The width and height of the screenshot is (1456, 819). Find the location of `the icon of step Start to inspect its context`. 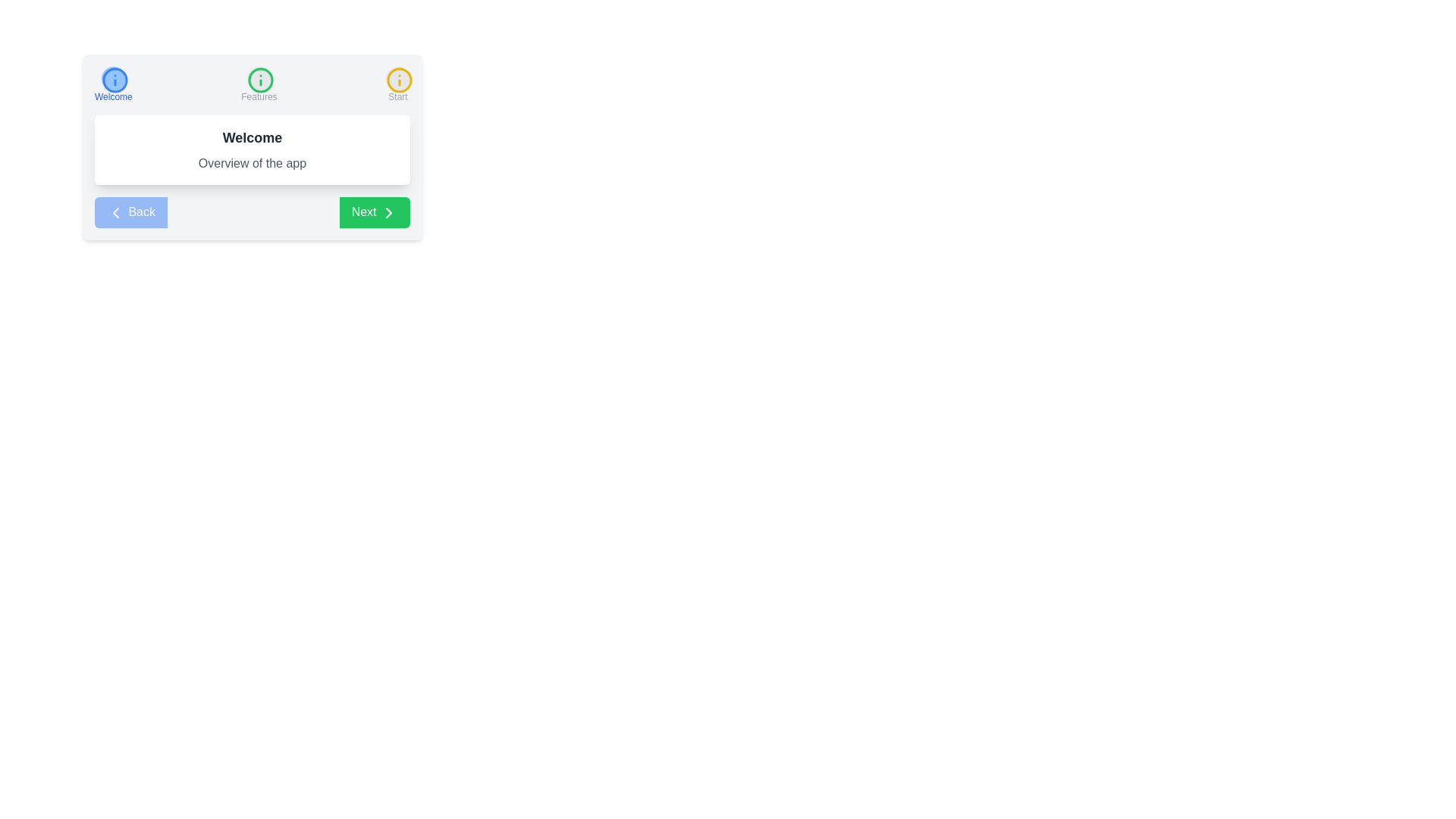

the icon of step Start to inspect its context is located at coordinates (397, 79).